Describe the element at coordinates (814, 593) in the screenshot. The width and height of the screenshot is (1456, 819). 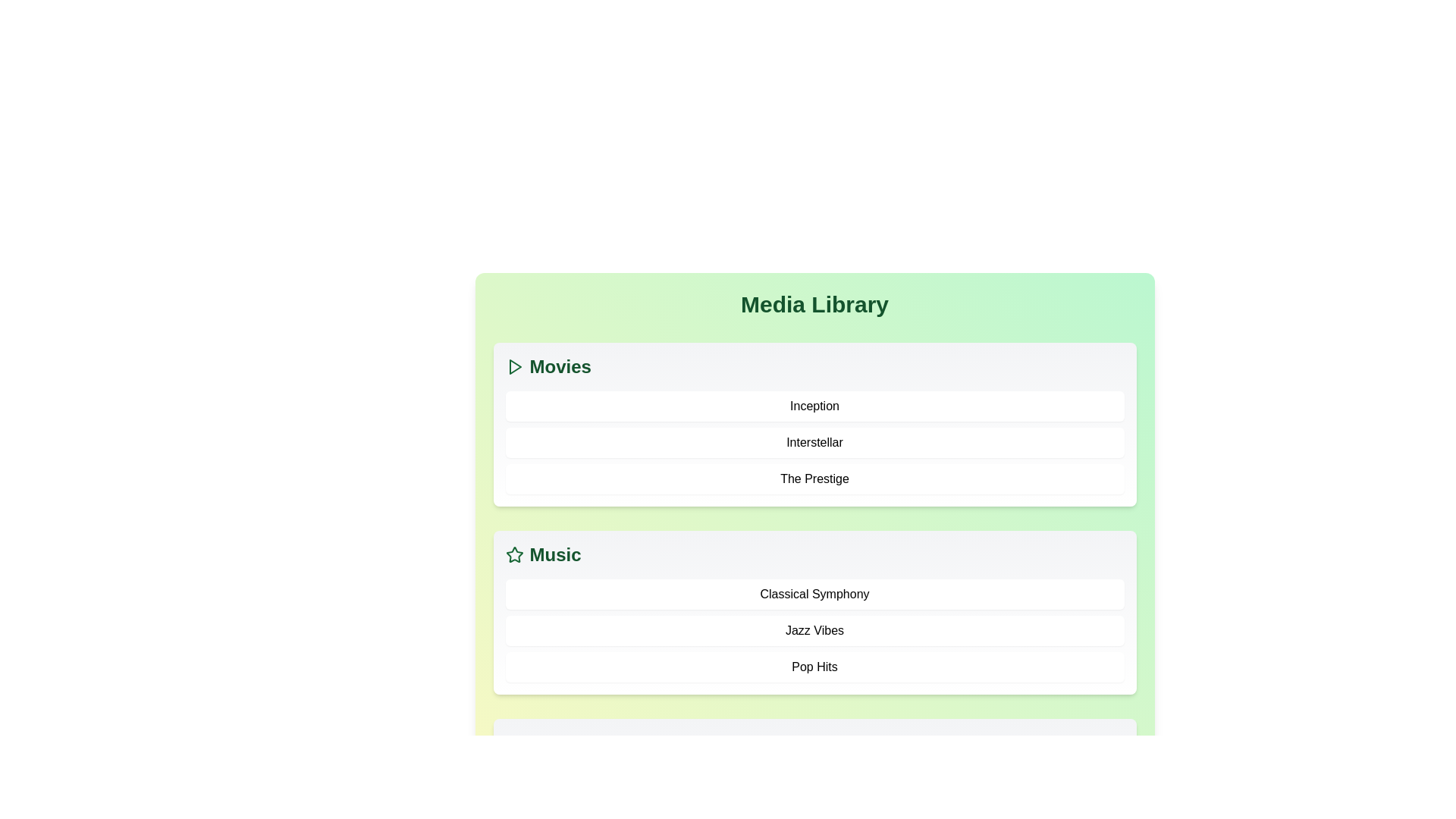
I see `the item Classical Symphony from the Music category` at that location.